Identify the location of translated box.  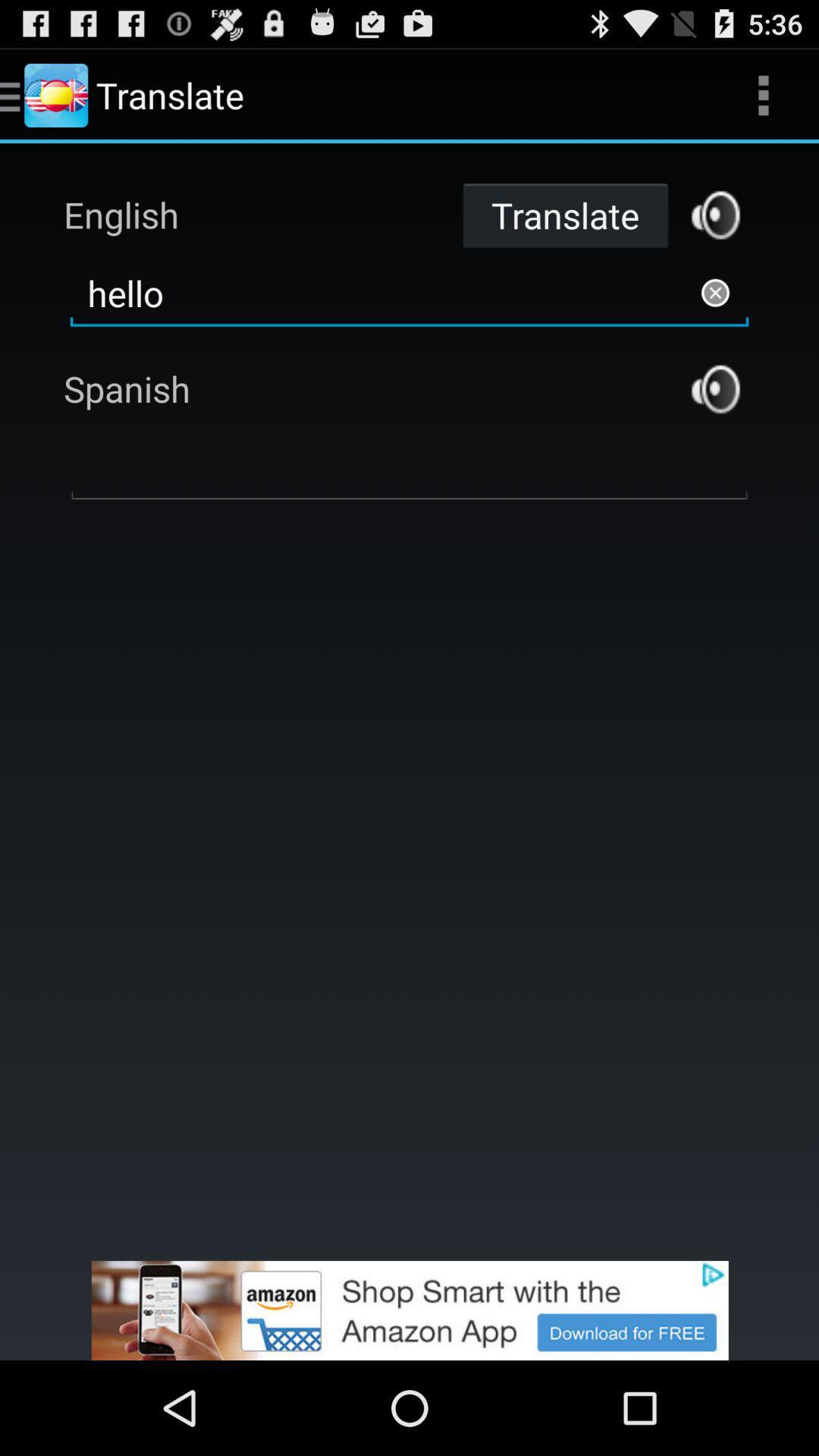
(409, 467).